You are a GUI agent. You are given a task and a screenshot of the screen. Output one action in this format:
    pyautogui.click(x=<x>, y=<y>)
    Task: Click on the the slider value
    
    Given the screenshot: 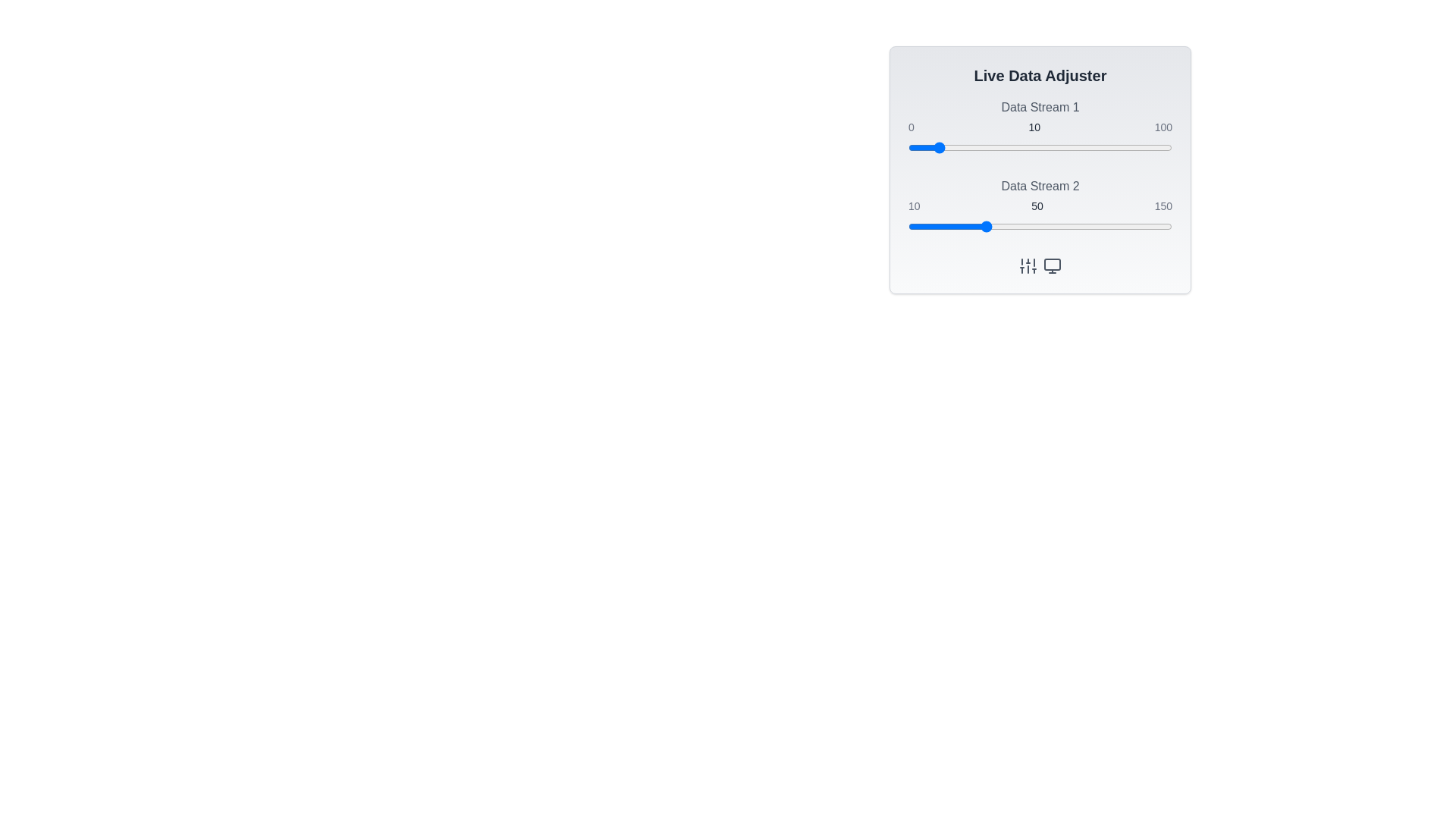 What is the action you would take?
    pyautogui.click(x=1151, y=227)
    